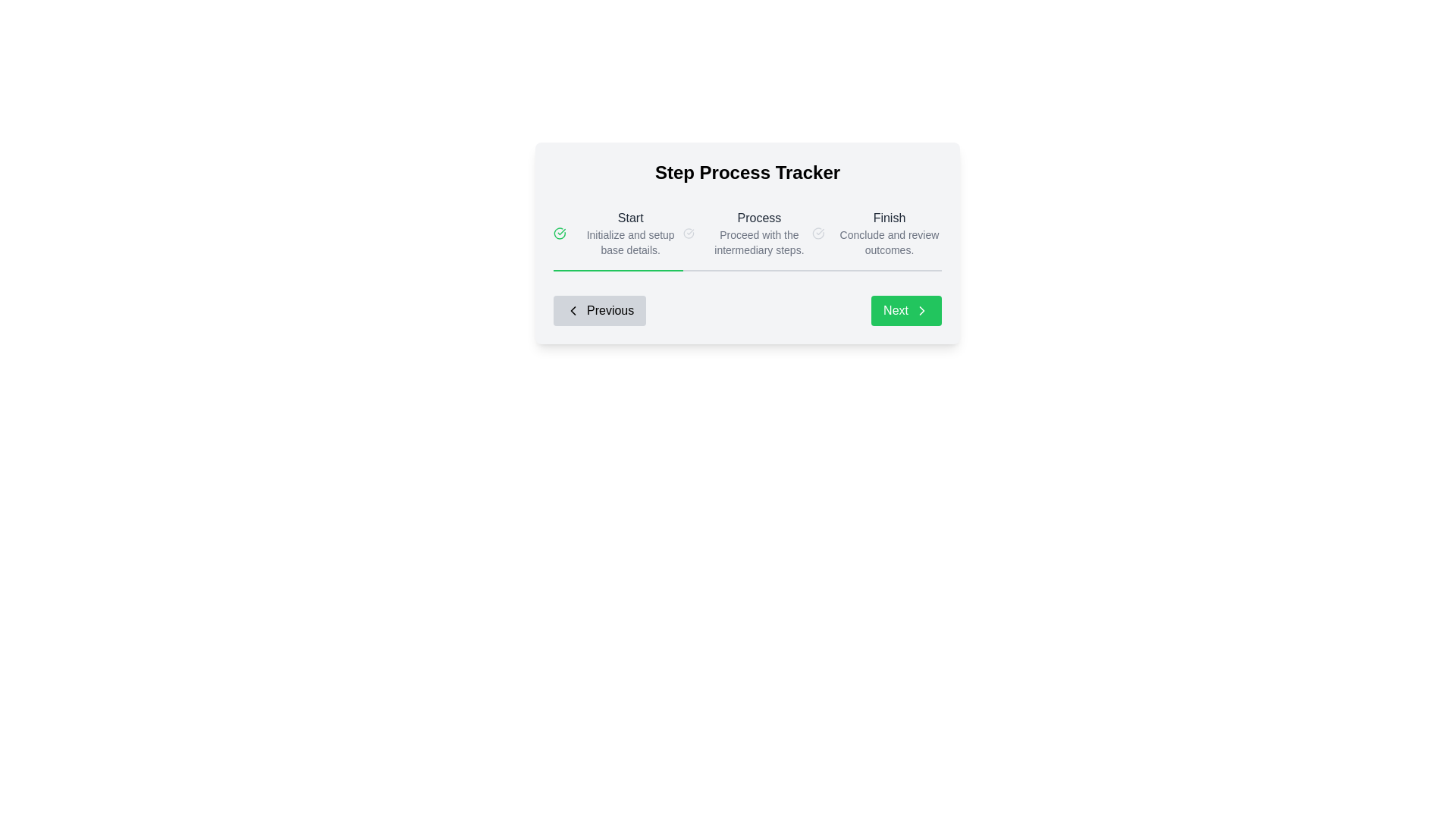  What do you see at coordinates (630, 218) in the screenshot?
I see `the bold text label displaying 'Start', which is positioned prominently above the lighter gray text line that states 'Initialize and setup base details.'` at bounding box center [630, 218].